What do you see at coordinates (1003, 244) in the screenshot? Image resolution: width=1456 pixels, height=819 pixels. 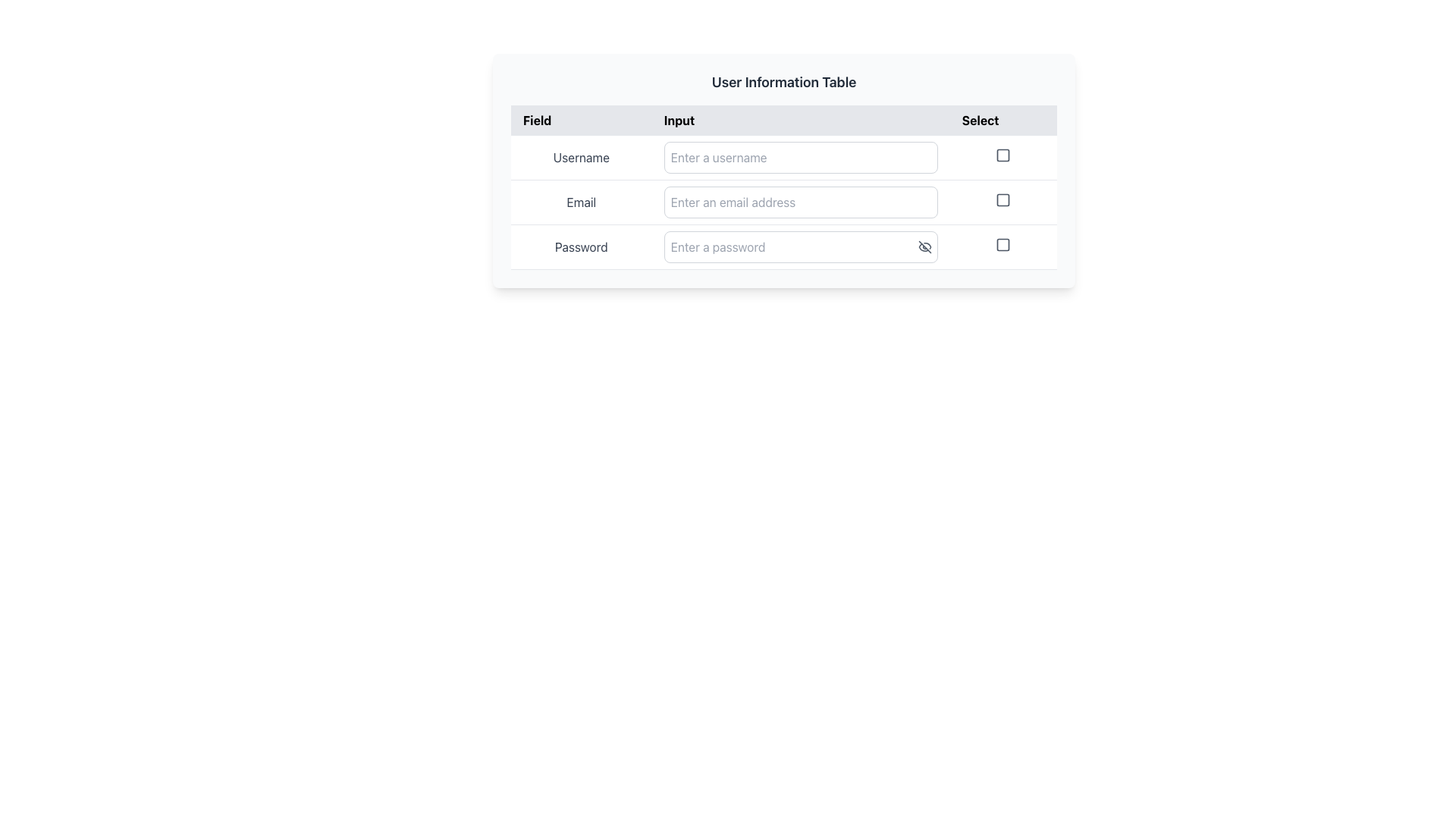 I see `the interactive checkbox or toggle icon located in the bottom row of the table in the 'Select' column corresponding to the 'Password' field` at bounding box center [1003, 244].